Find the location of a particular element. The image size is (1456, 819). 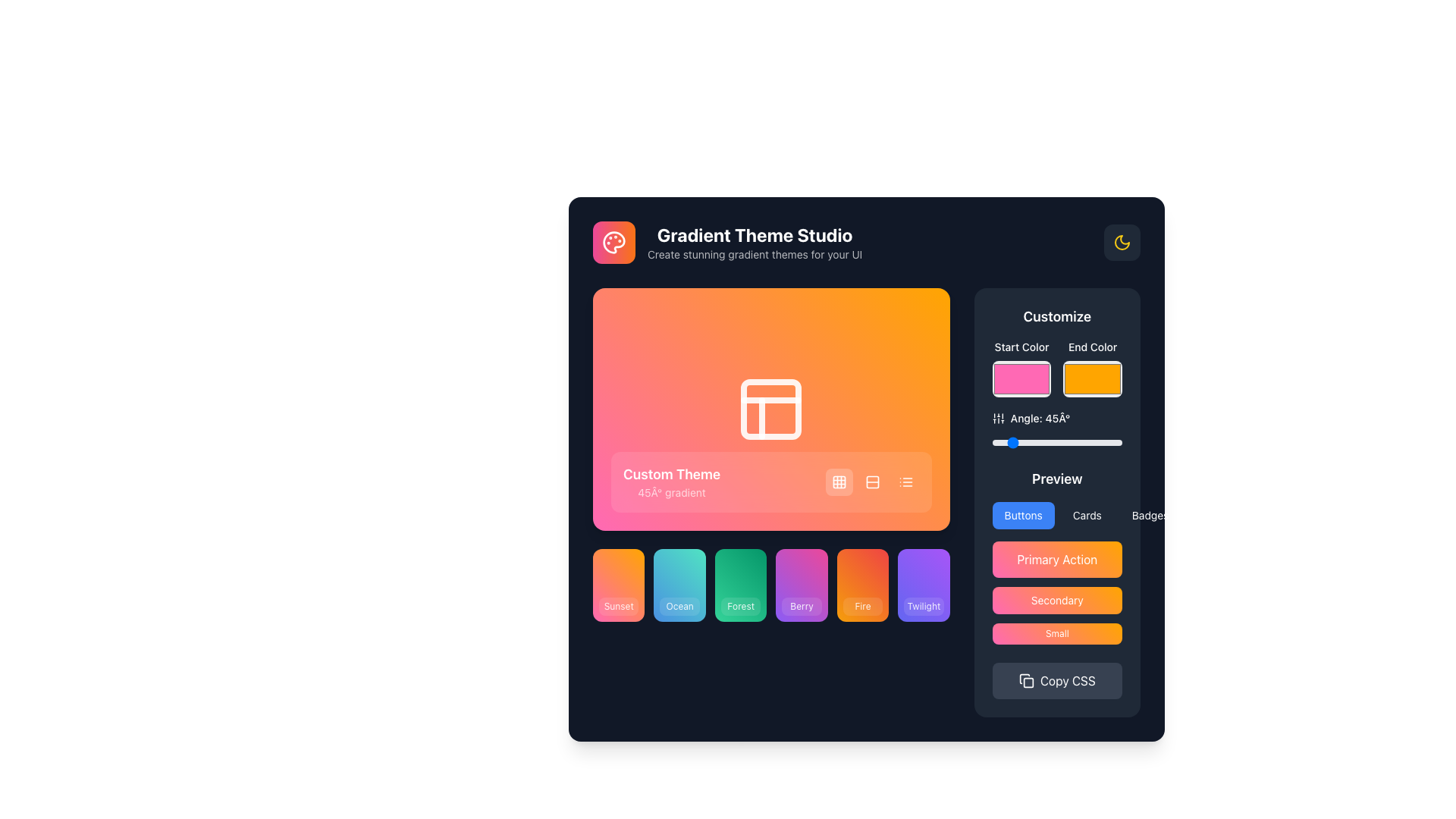

the Header with subtitle for the 'Gradient Theme Studio' section is located at coordinates (755, 242).